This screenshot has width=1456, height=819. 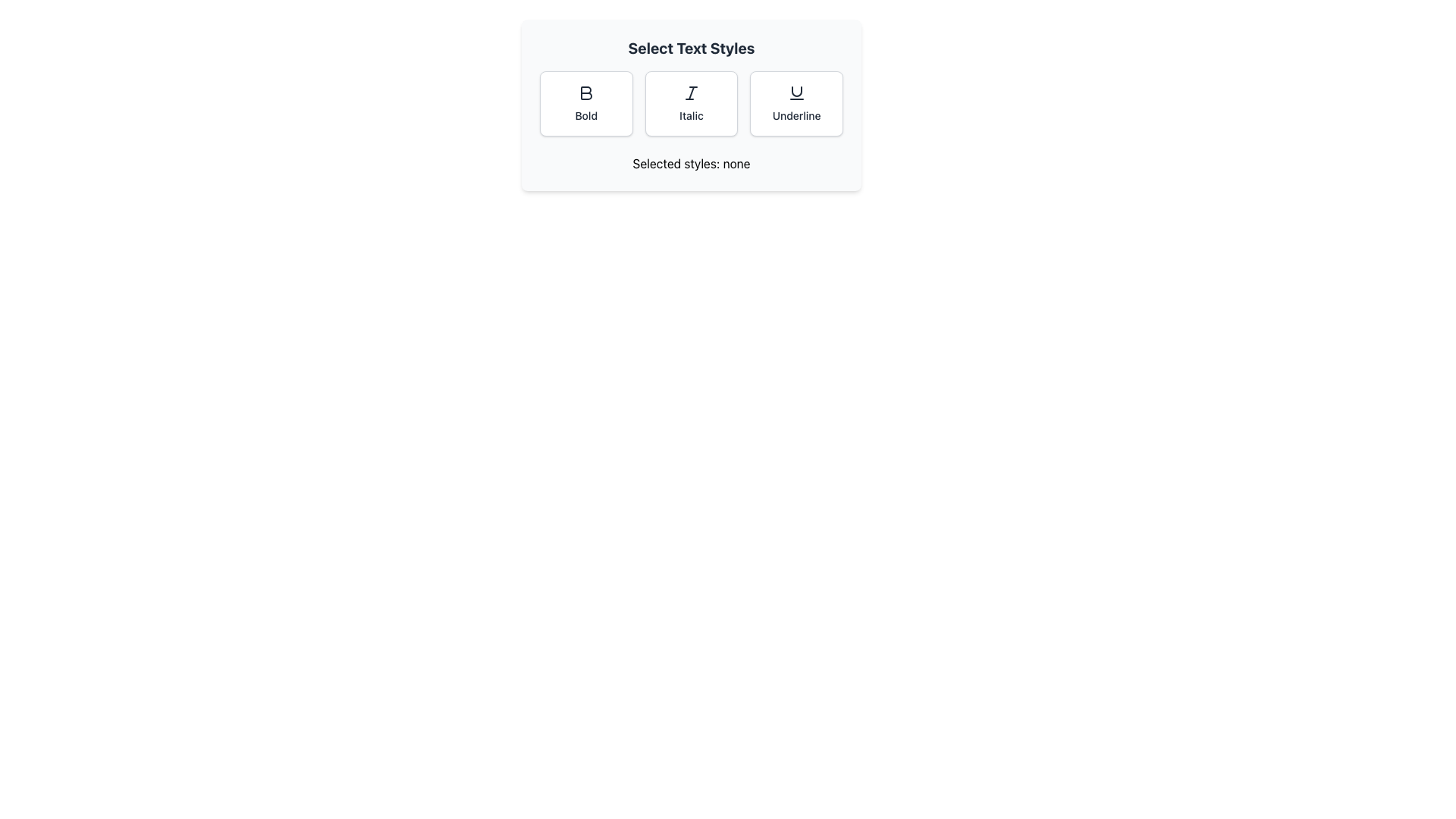 I want to click on the text label 'Select Text Styles' which is positioned at the top of the content card, indicating the heading for text style selection, so click(x=691, y=48).